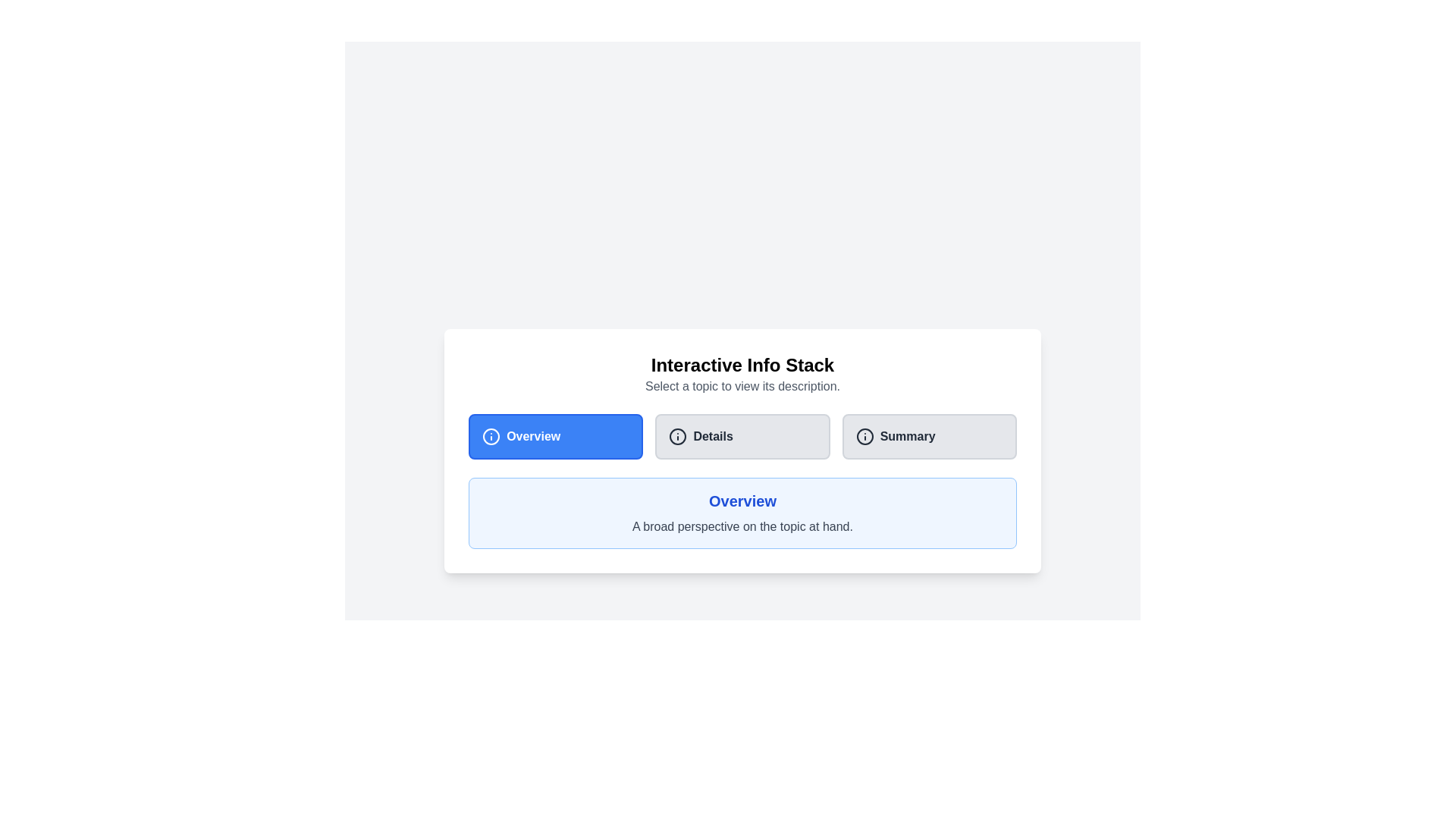 The image size is (1456, 819). What do you see at coordinates (491, 436) in the screenshot?
I see `the informational icon located at the leftmost position of the 'Overview' button` at bounding box center [491, 436].